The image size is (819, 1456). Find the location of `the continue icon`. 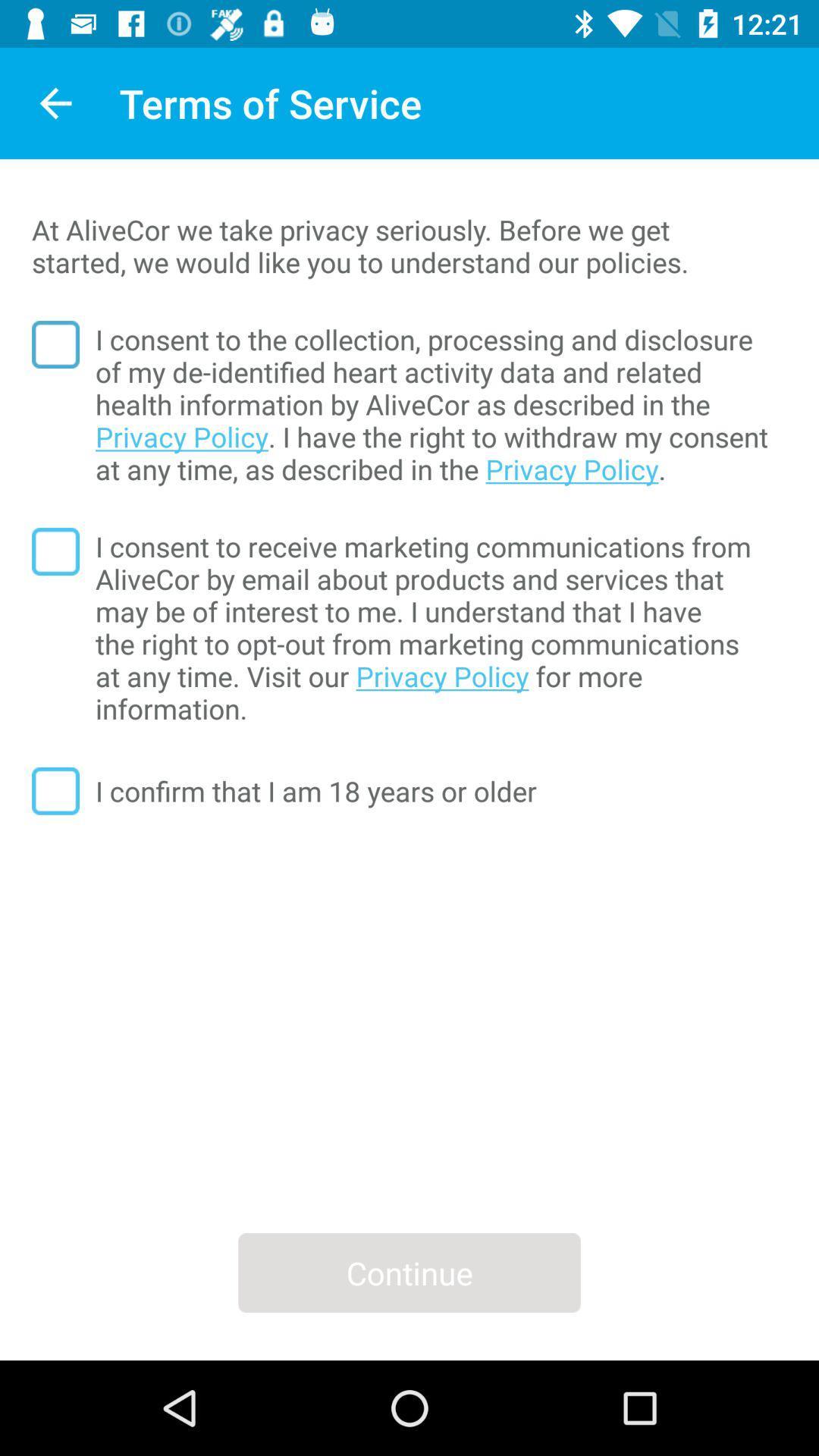

the continue icon is located at coordinates (409, 1272).